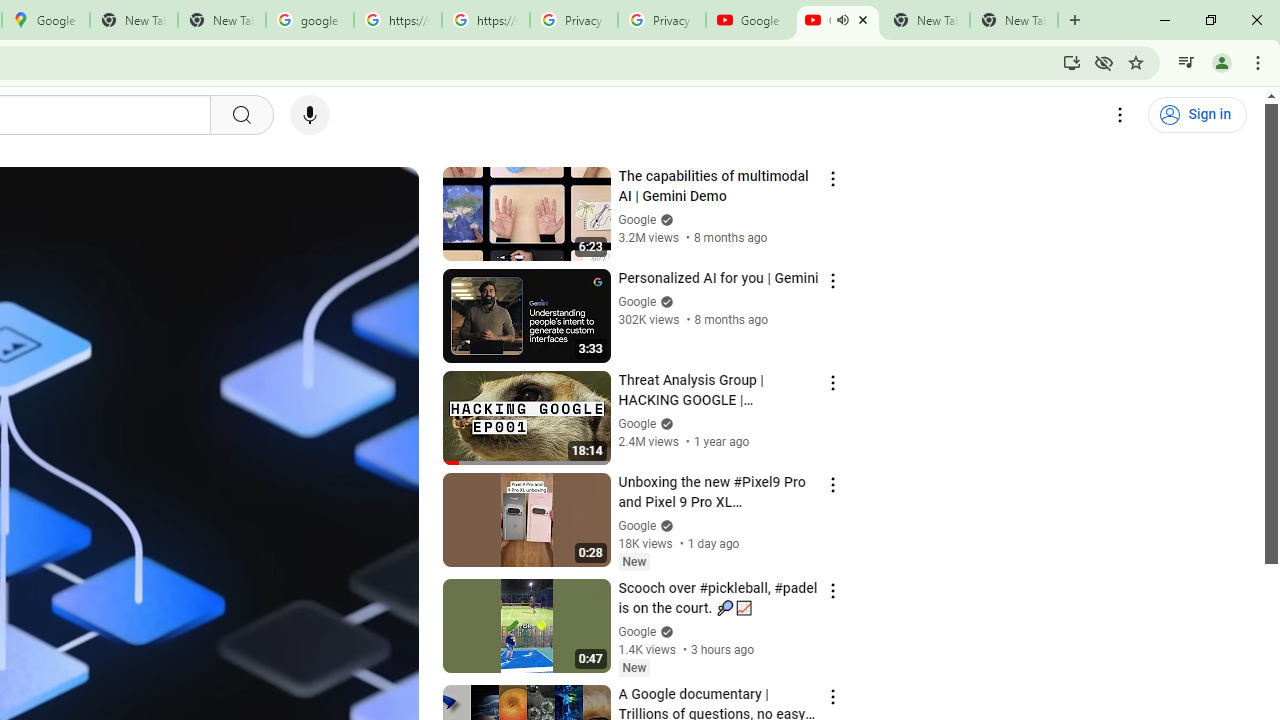 The height and width of the screenshot is (720, 1280). I want to click on 'Search with your voice', so click(308, 115).